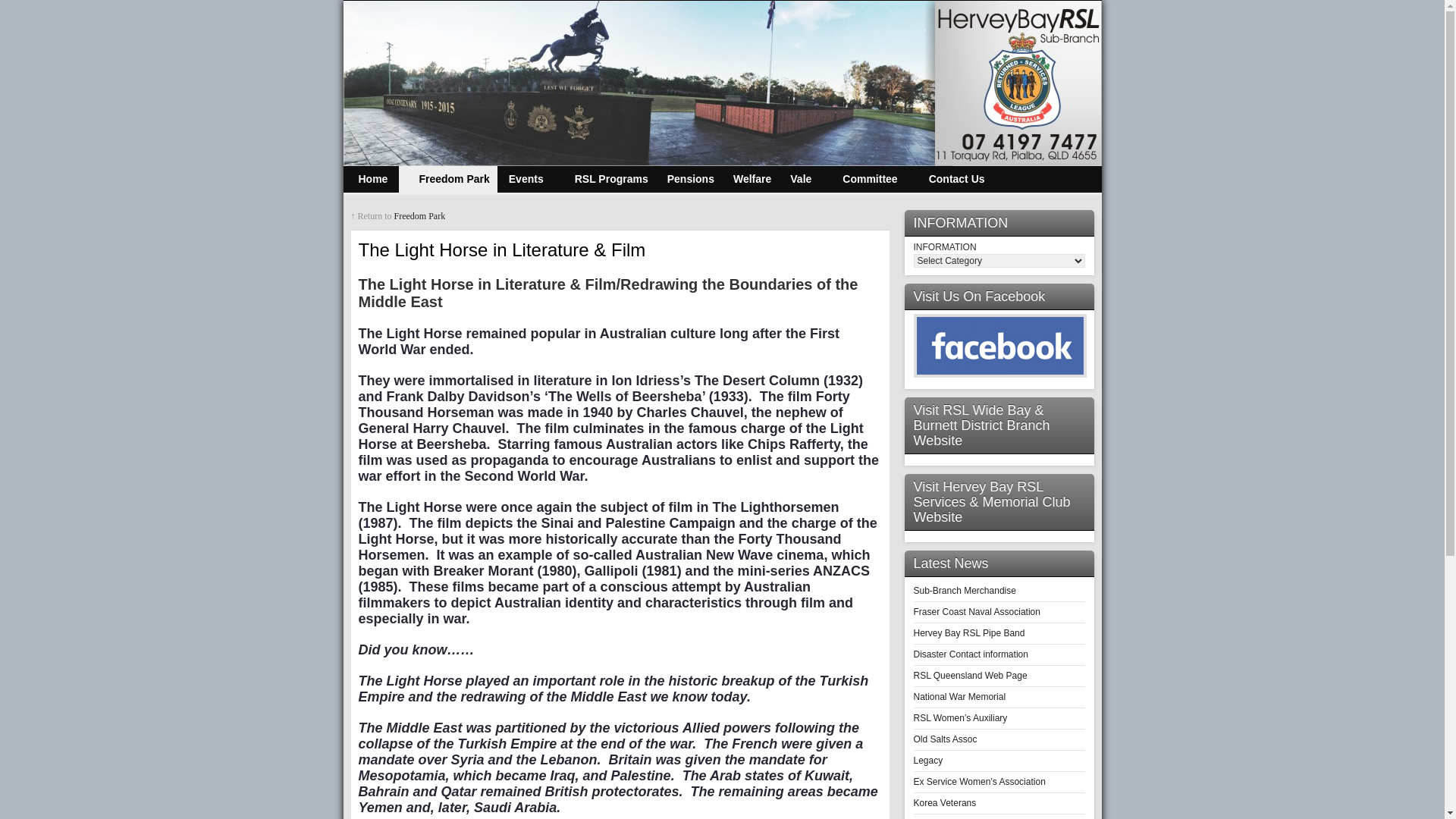 The height and width of the screenshot is (819, 1456). I want to click on 'Events', so click(526, 178).